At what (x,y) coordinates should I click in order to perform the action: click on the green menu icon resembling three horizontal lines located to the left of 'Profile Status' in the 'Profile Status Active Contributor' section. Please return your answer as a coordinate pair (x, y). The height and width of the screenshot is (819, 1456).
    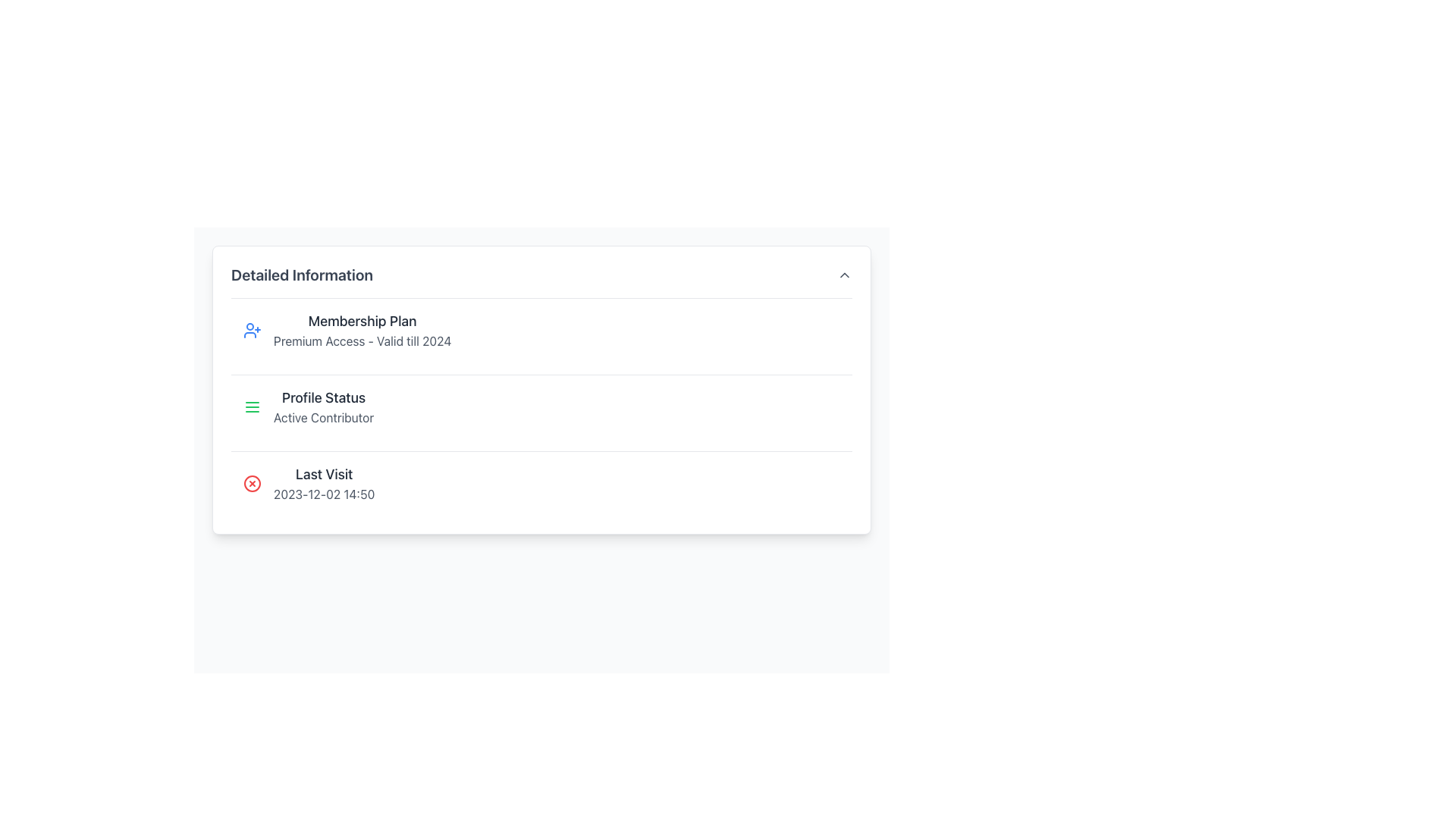
    Looking at the image, I should click on (252, 406).